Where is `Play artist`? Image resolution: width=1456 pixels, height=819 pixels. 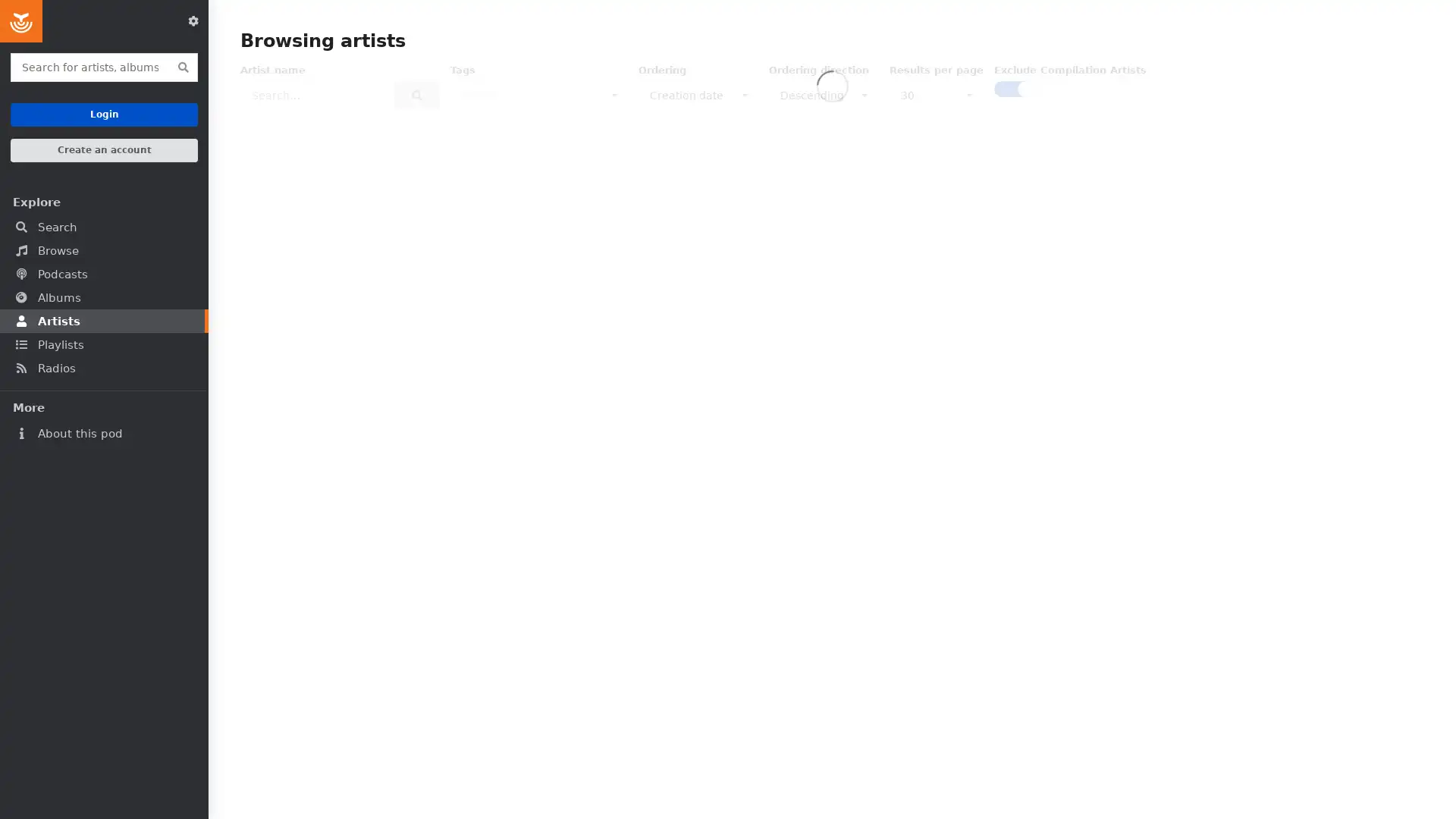 Play artist is located at coordinates (695, 785).